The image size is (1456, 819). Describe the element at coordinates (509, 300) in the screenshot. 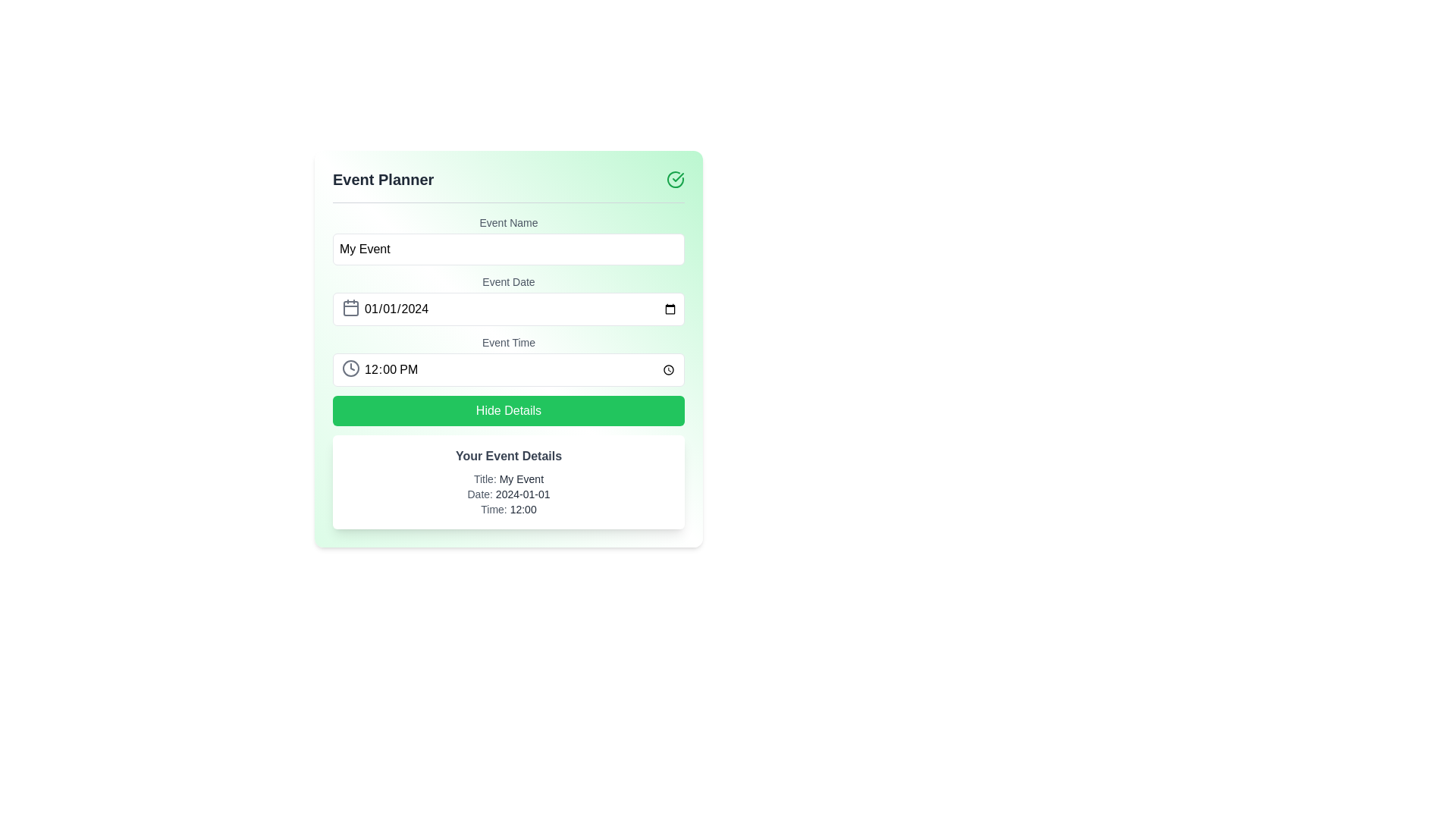

I see `a date using the calendar icon associated with the 'Event Date' input field in the event planner form` at that location.